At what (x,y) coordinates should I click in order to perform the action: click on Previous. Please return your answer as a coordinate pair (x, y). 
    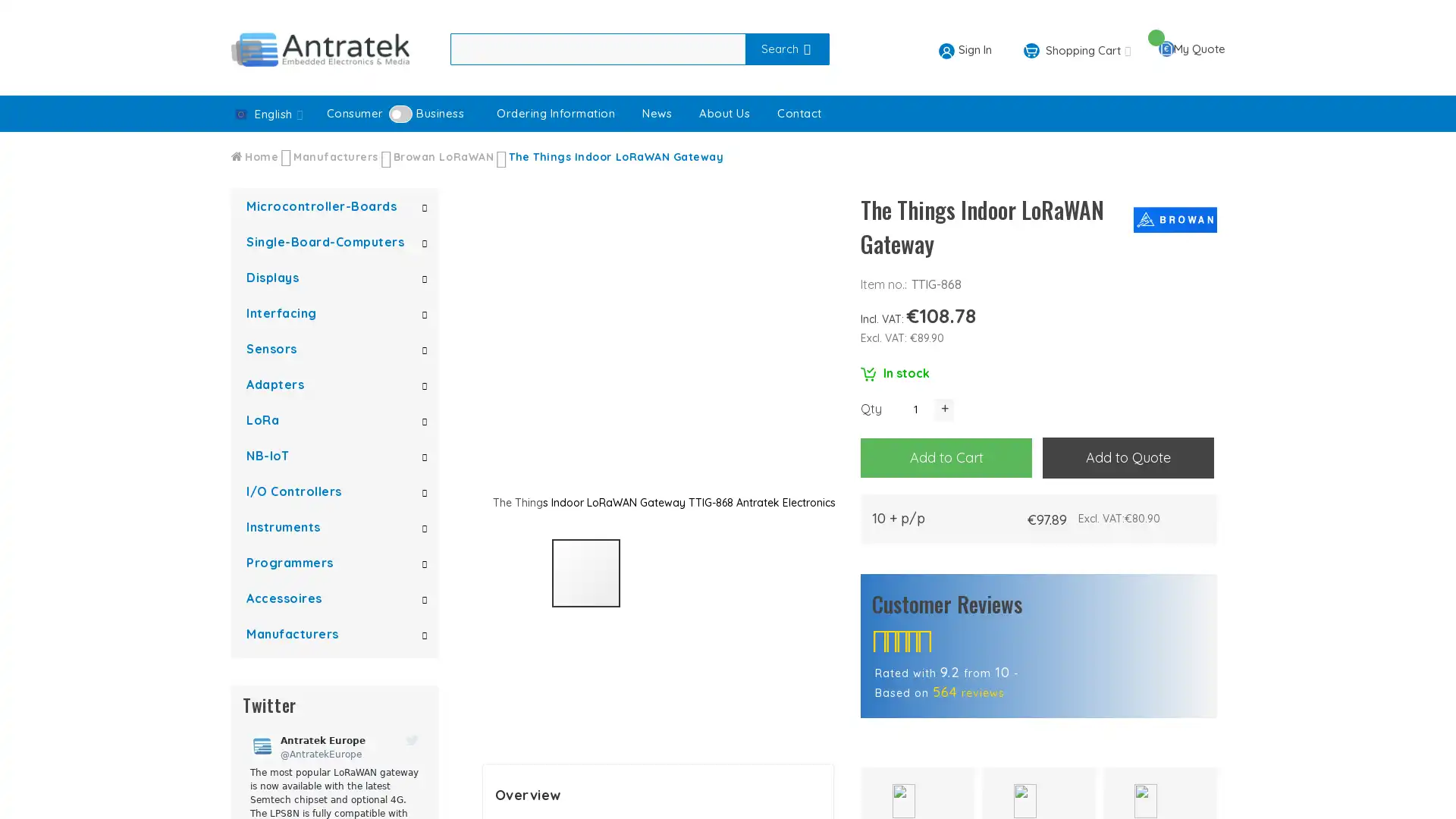
    Looking at the image, I should click on (492, 573).